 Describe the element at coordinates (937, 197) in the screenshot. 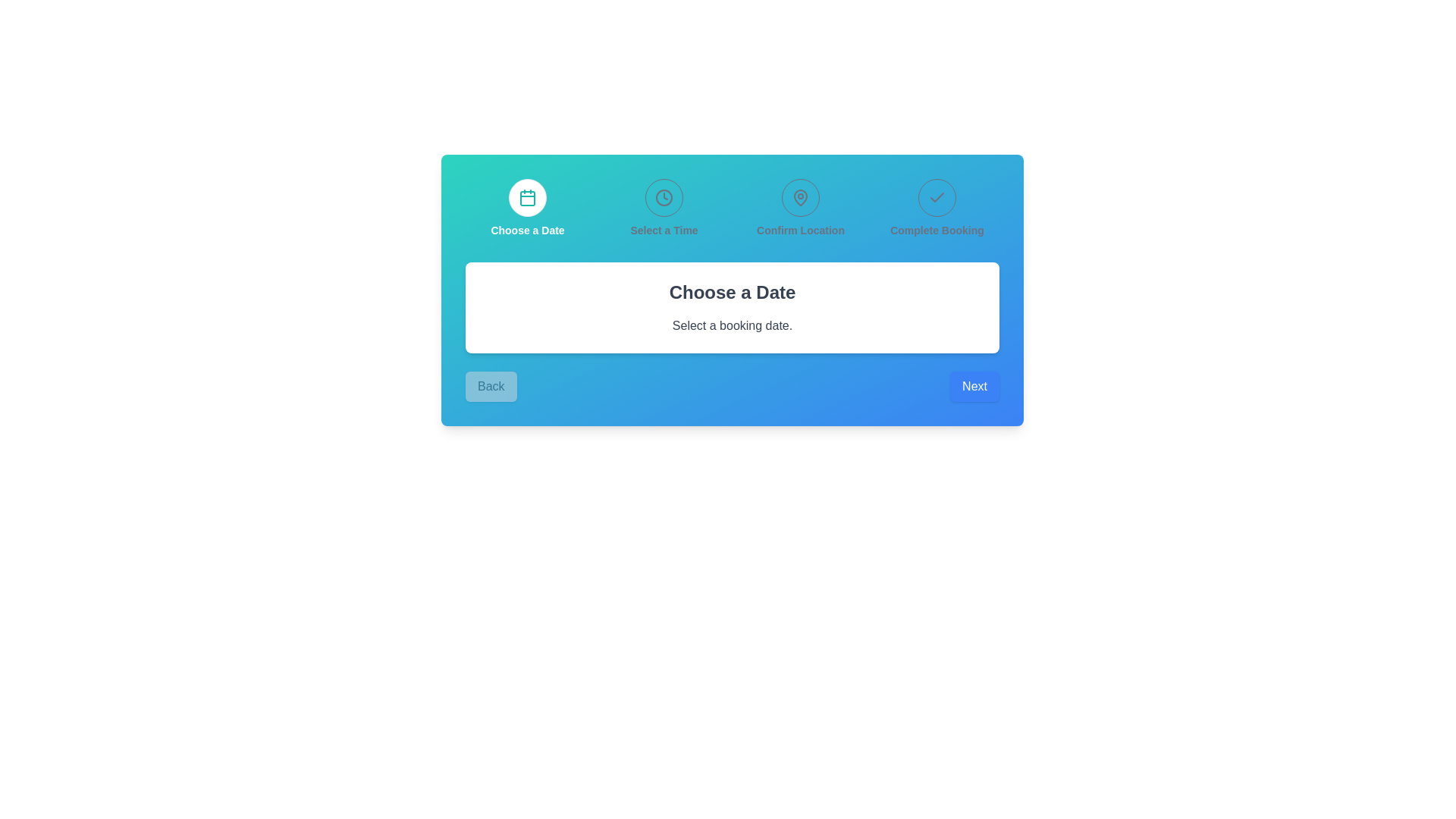

I see `the Indicator icon with a checkmark symbol inside a circular gray frame, located in the top-right section under the label 'Complete Booking'` at that location.